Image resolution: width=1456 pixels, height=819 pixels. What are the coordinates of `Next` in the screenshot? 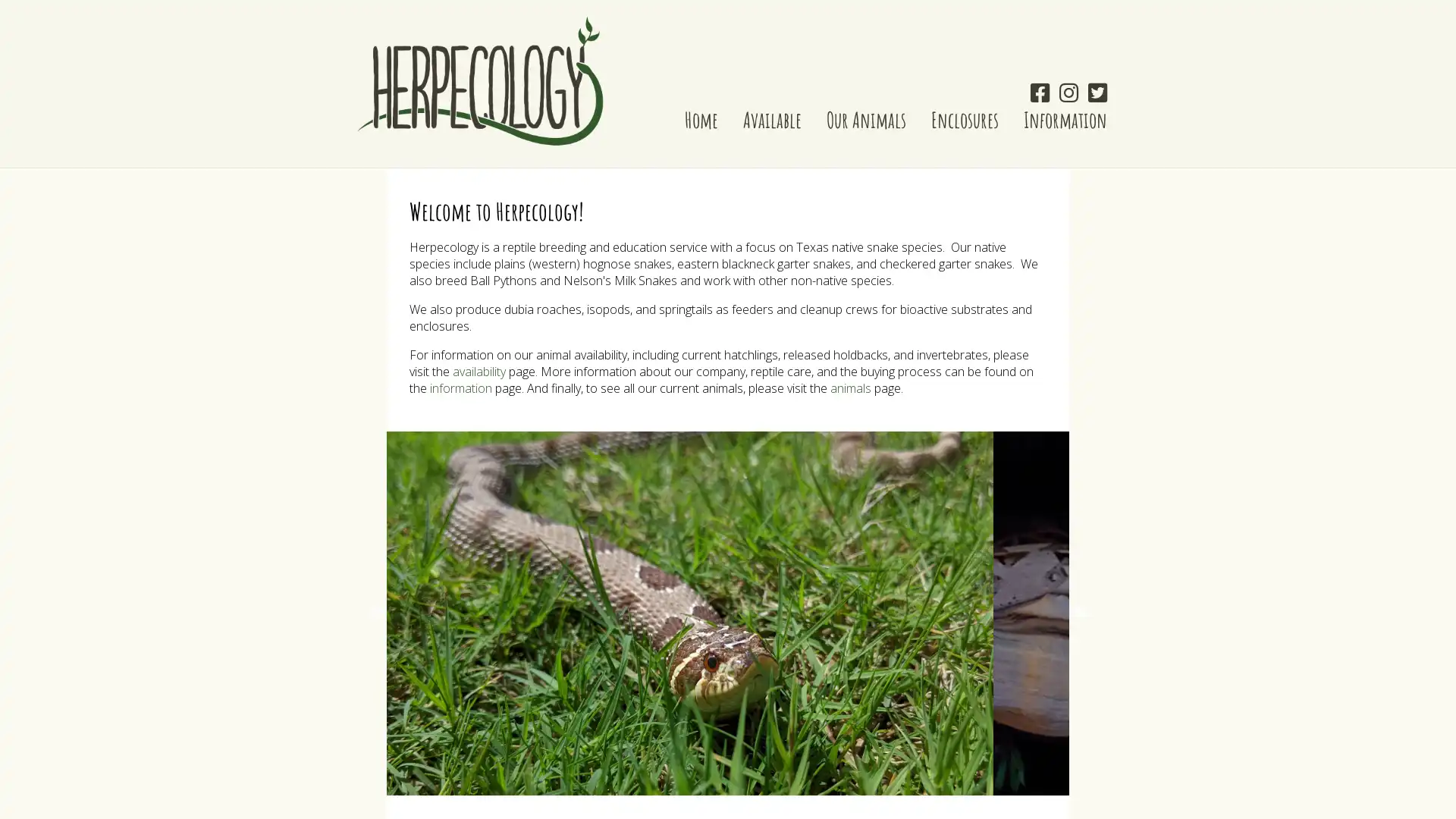 It's located at (1080, 636).